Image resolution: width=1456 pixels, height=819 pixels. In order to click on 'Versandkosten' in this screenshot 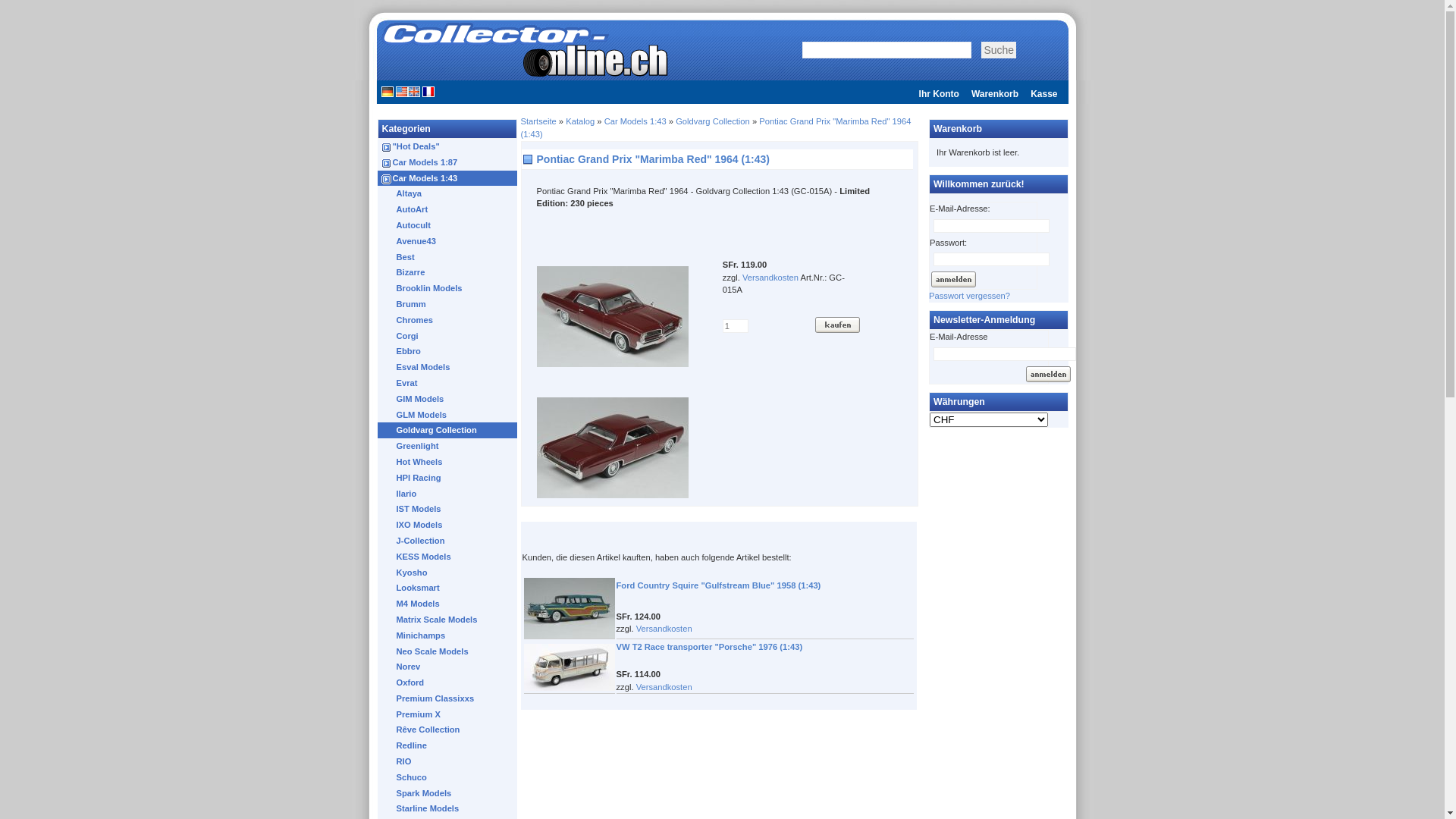, I will do `click(770, 278)`.